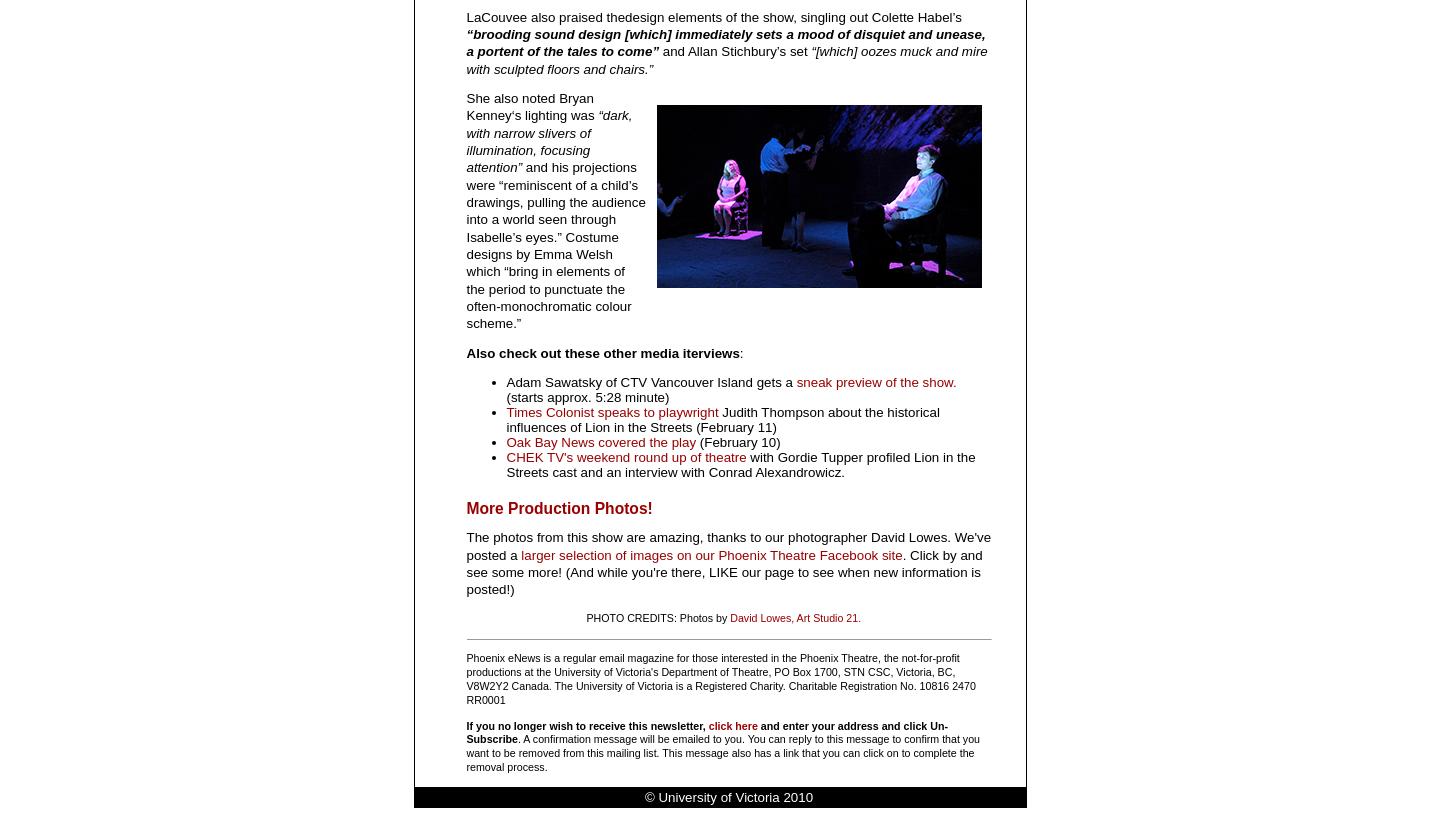 The height and width of the screenshot is (816, 1440). What do you see at coordinates (555, 244) in the screenshot?
I see `'and his projections were “reminiscent of a child’s drawings, pulling the audience into a world seen through Isabelle’s eyes.” Costume designs by Emma Welsh which “bring in elements of the period to punctuate the often-monochromatic colour scheme.”'` at bounding box center [555, 244].